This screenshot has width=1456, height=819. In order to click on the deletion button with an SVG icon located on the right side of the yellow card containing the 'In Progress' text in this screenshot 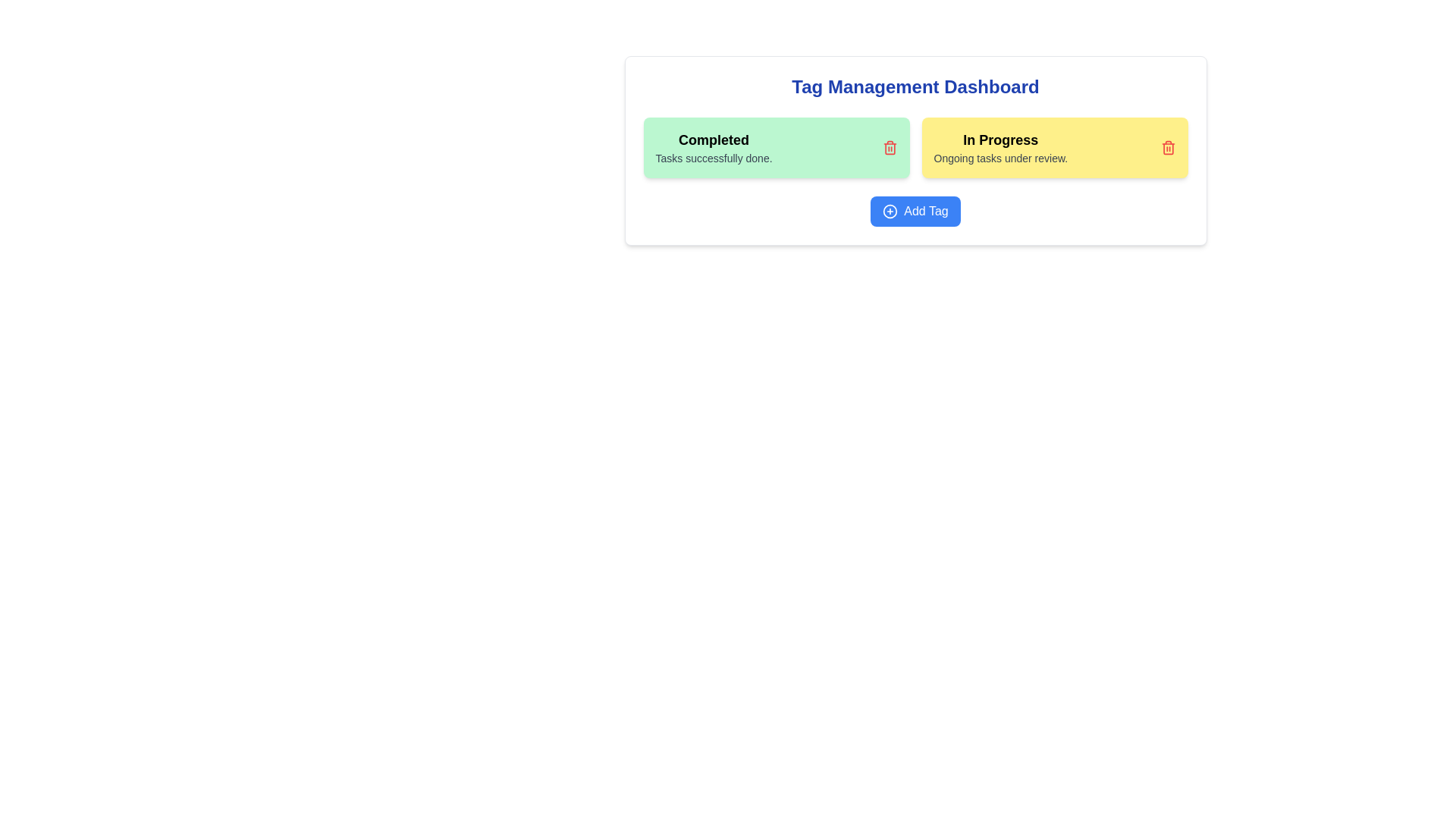, I will do `click(1167, 148)`.